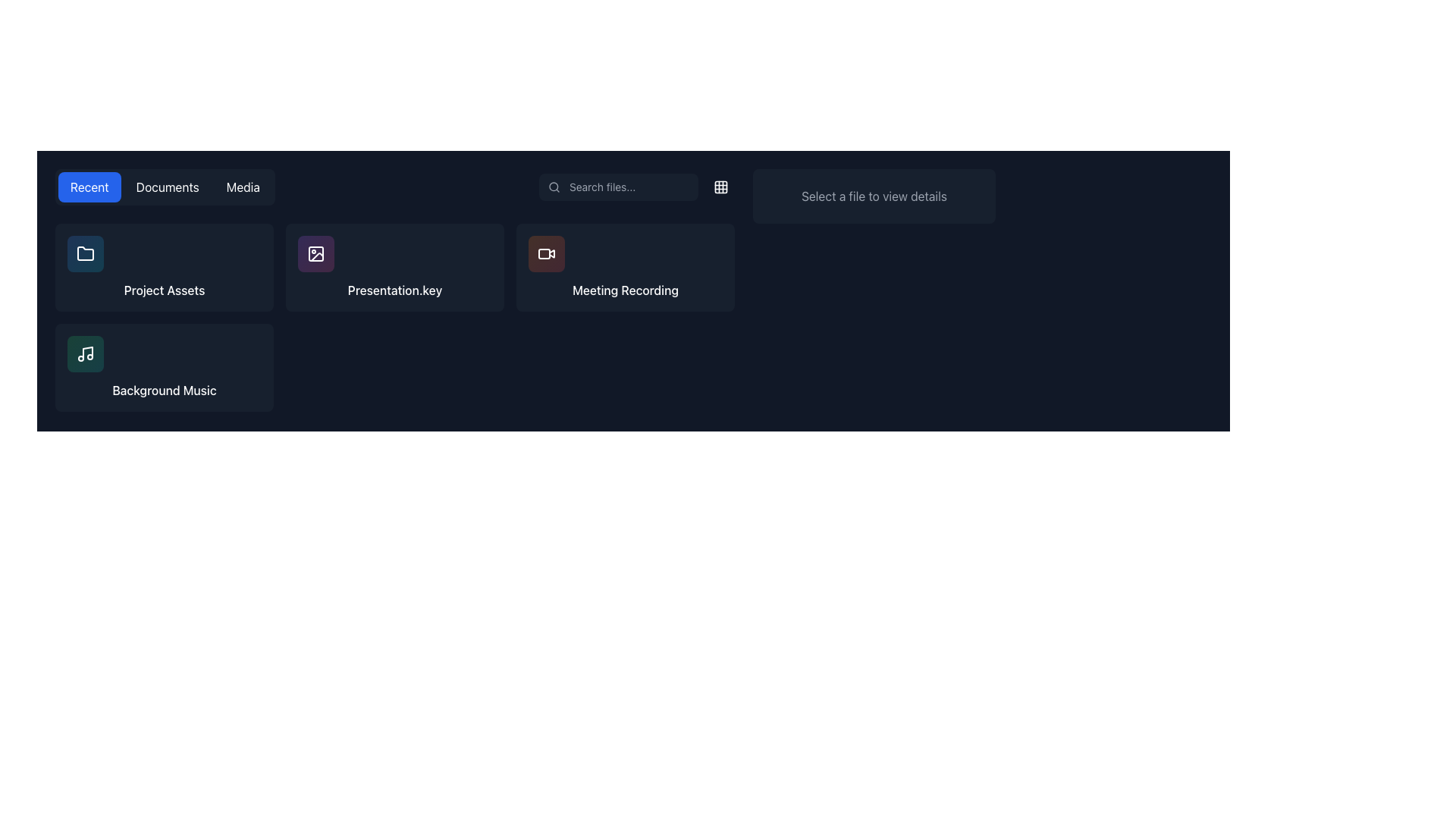 The image size is (1456, 819). I want to click on the folder icon representing 'Project Assets' located in the first box of the grid under the 'Recent' tab, so click(85, 253).